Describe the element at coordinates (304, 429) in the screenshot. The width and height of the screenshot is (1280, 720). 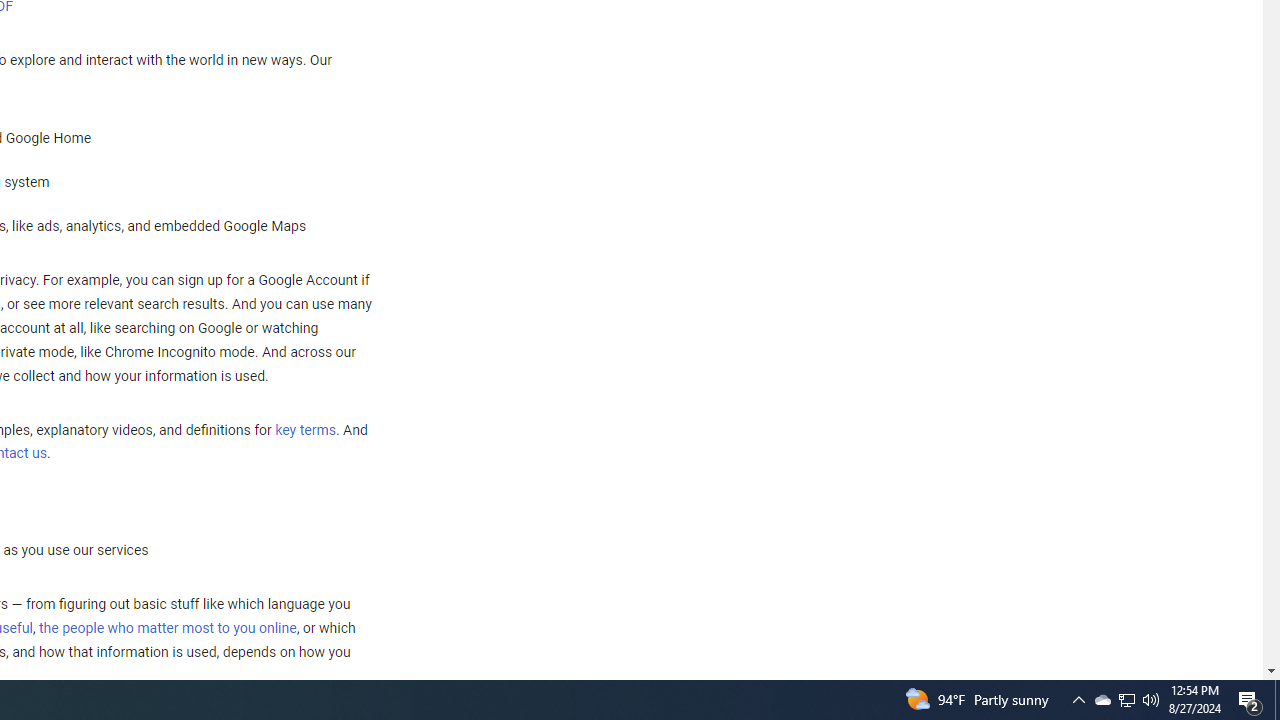
I see `'key terms'` at that location.